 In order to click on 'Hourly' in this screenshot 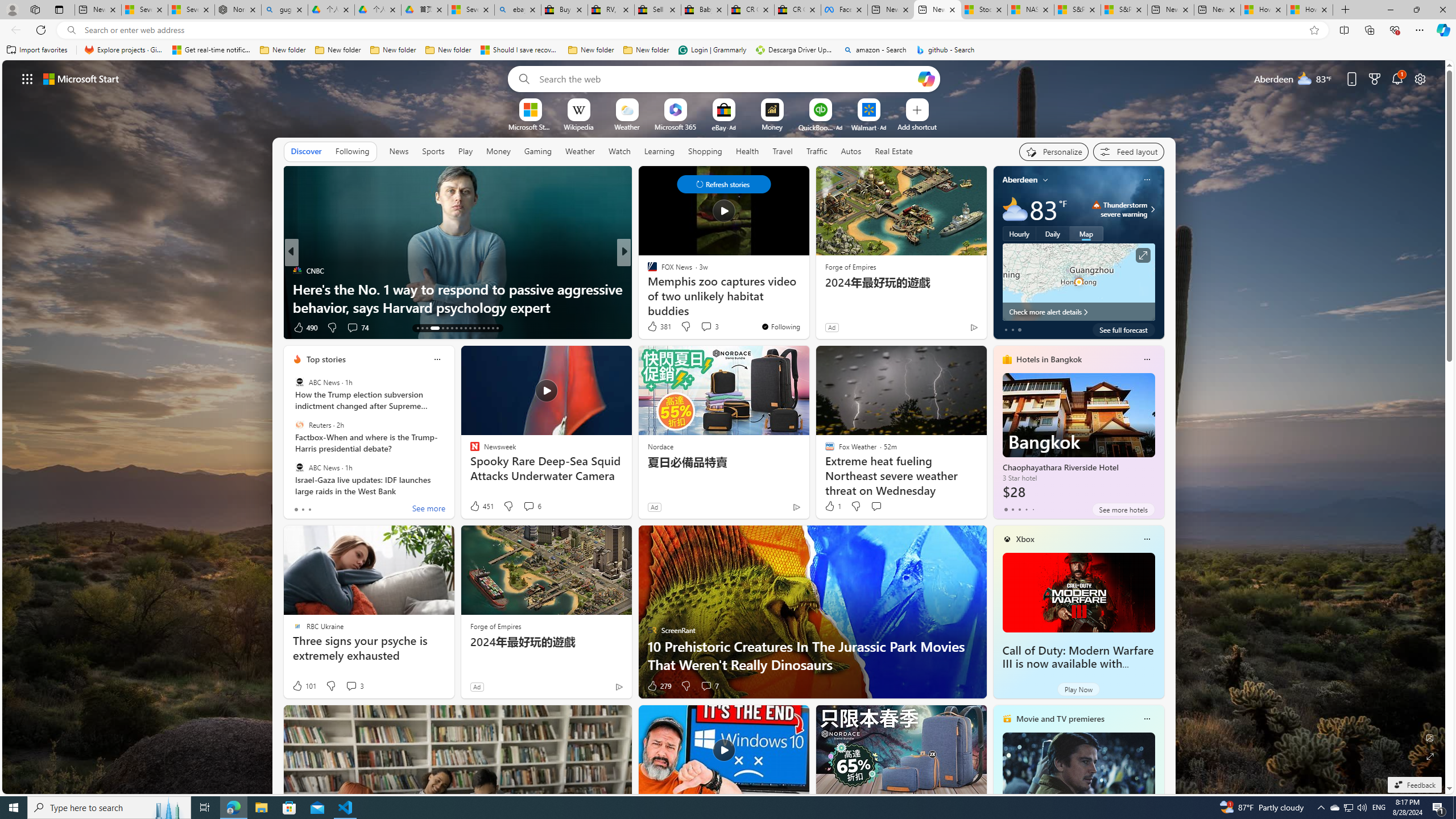, I will do `click(1019, 233)`.